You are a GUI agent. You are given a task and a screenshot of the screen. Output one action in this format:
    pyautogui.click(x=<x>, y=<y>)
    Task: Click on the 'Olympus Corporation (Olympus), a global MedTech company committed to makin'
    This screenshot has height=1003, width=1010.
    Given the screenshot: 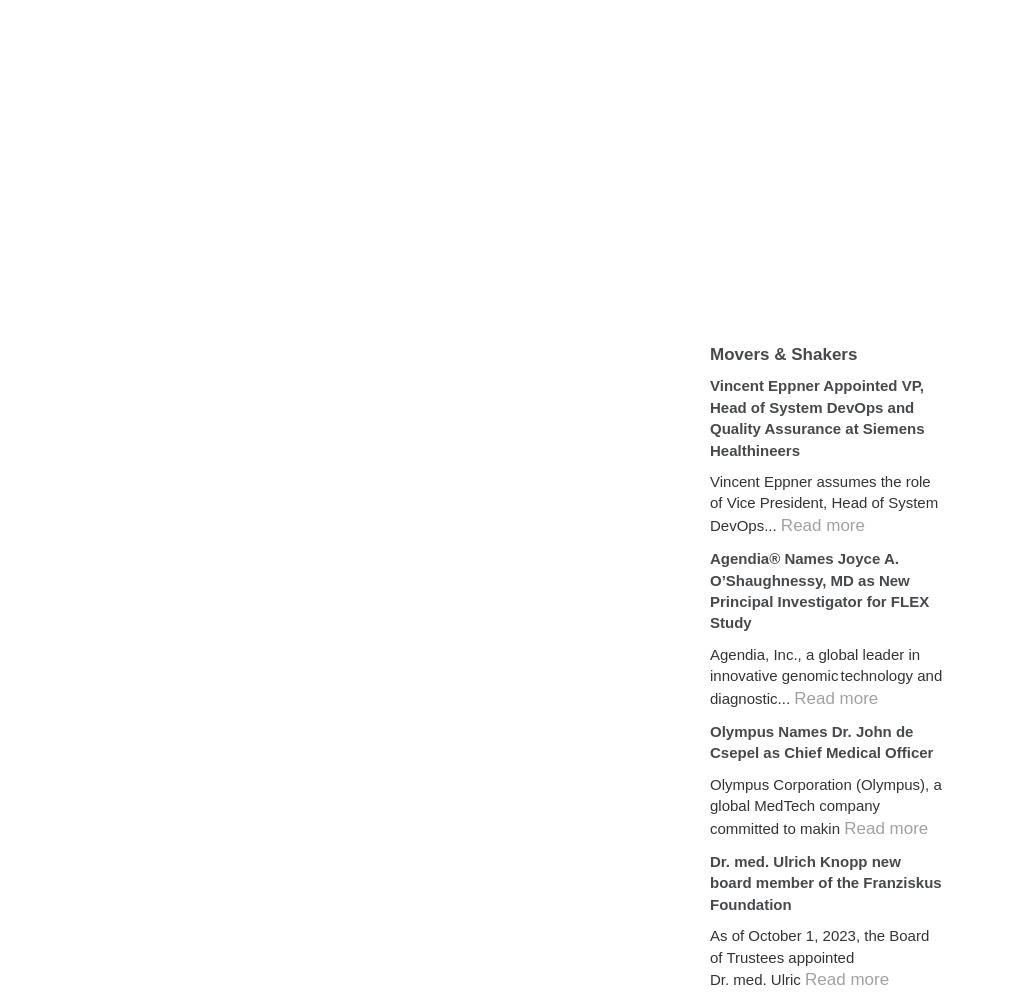 What is the action you would take?
    pyautogui.click(x=825, y=805)
    